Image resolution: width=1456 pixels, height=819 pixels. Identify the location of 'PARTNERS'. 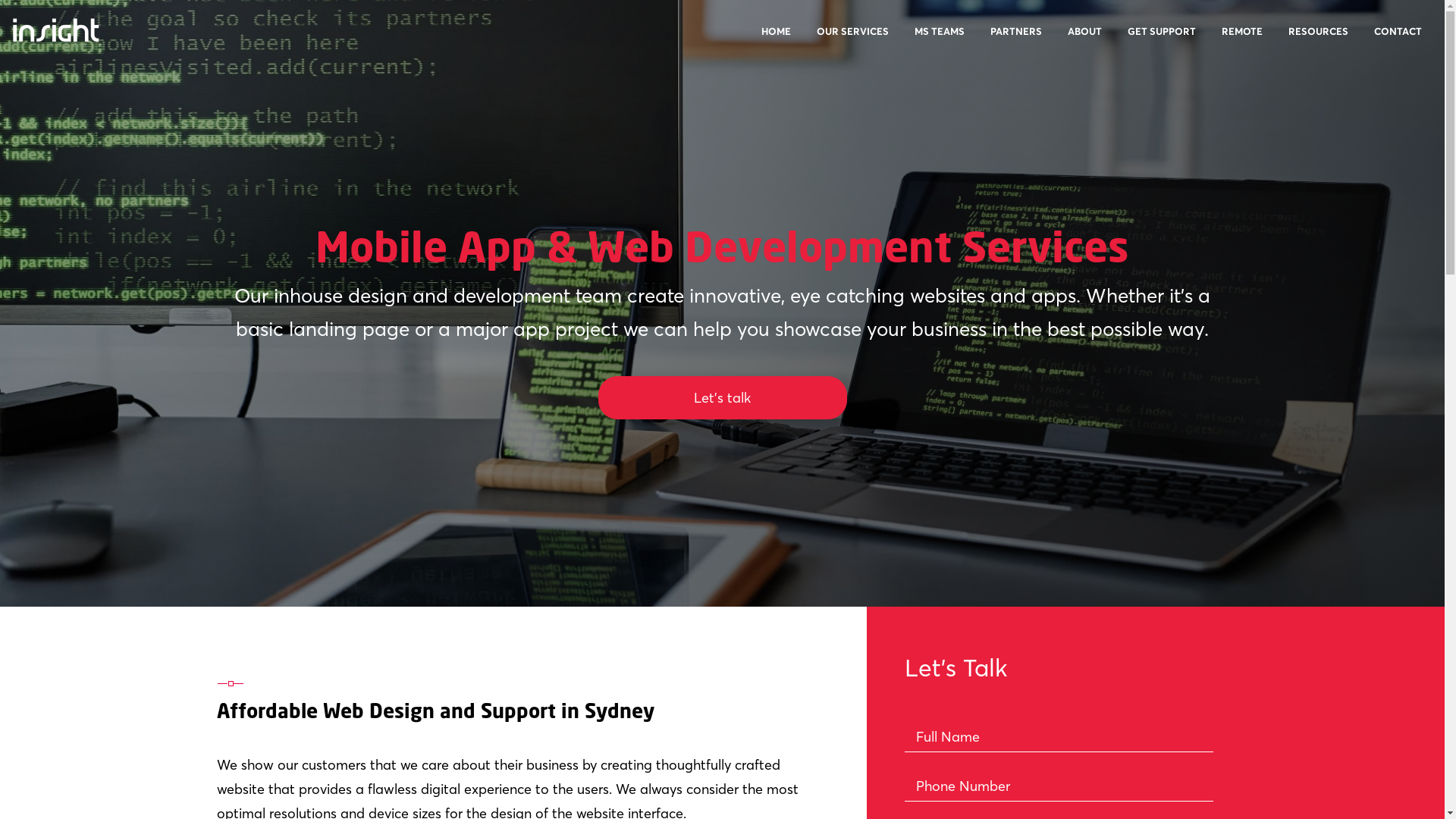
(1015, 39).